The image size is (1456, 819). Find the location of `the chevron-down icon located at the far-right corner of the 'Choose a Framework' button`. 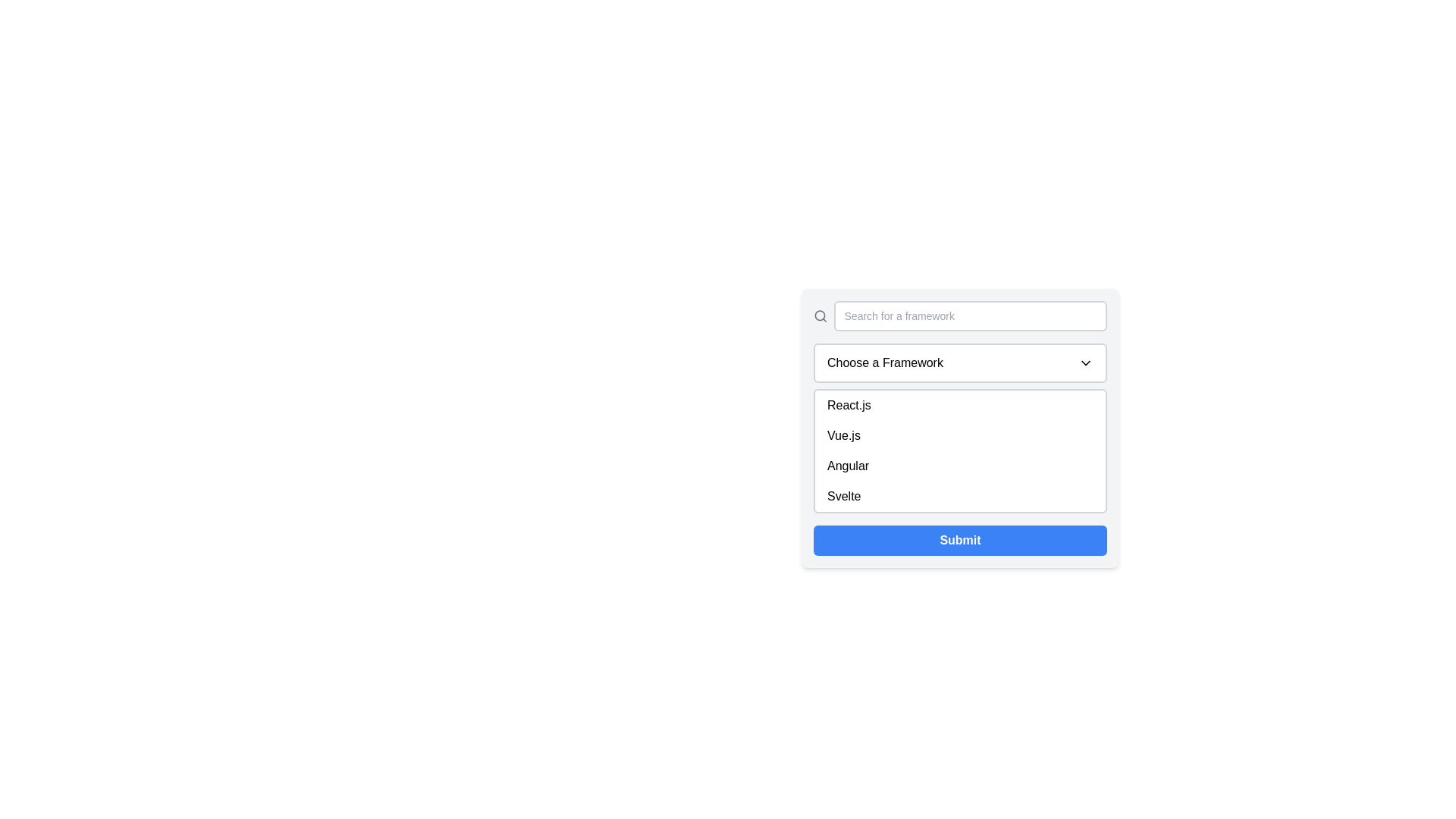

the chevron-down icon located at the far-right corner of the 'Choose a Framework' button is located at coordinates (1084, 362).